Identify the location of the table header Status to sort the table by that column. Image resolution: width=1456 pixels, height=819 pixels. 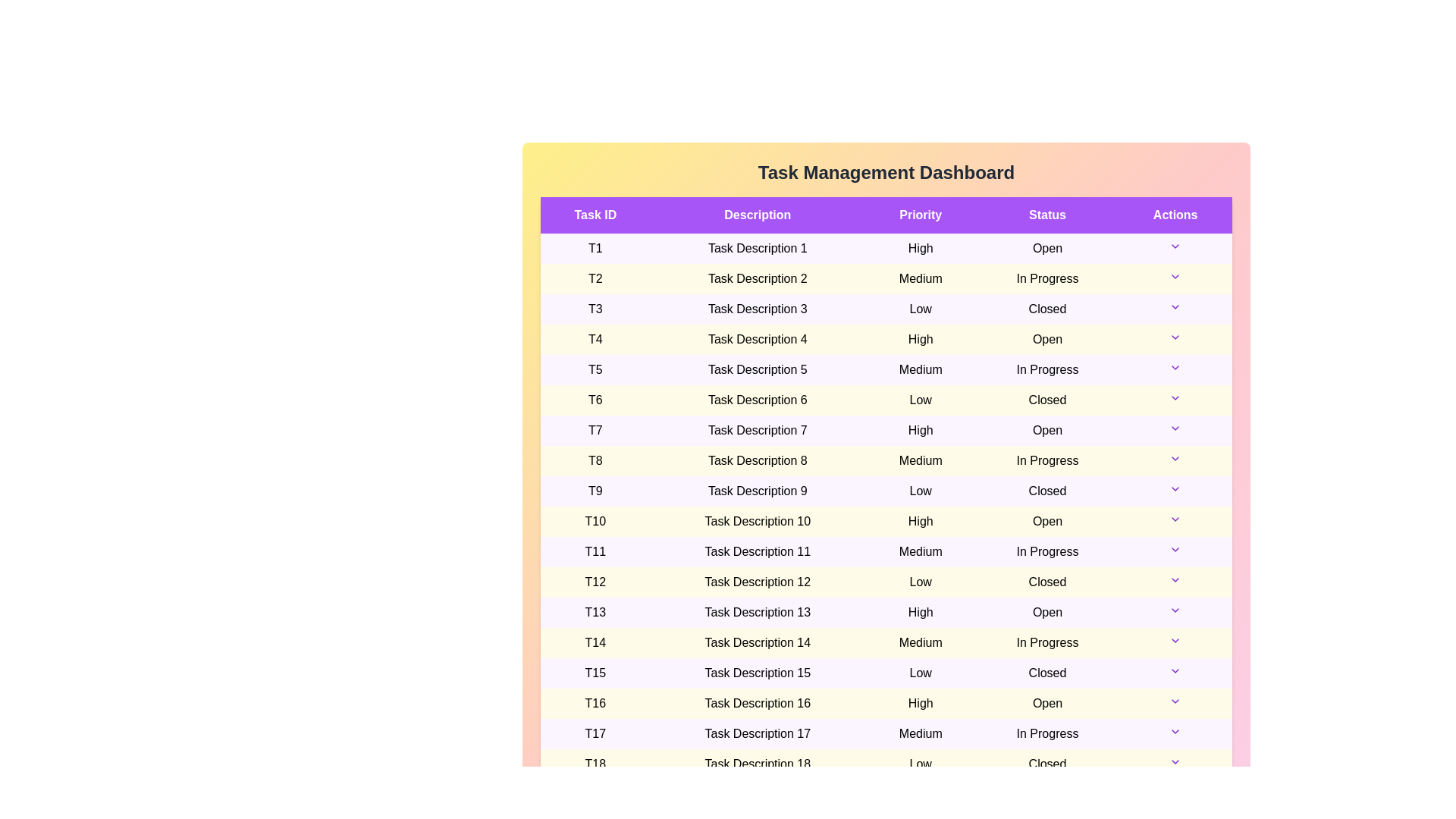
(1046, 215).